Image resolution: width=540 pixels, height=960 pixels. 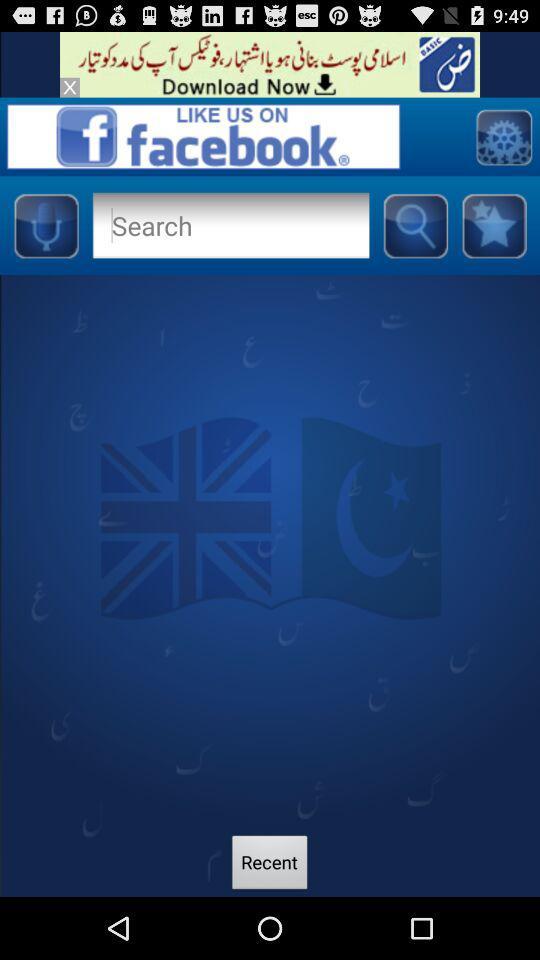 I want to click on search, so click(x=414, y=225).